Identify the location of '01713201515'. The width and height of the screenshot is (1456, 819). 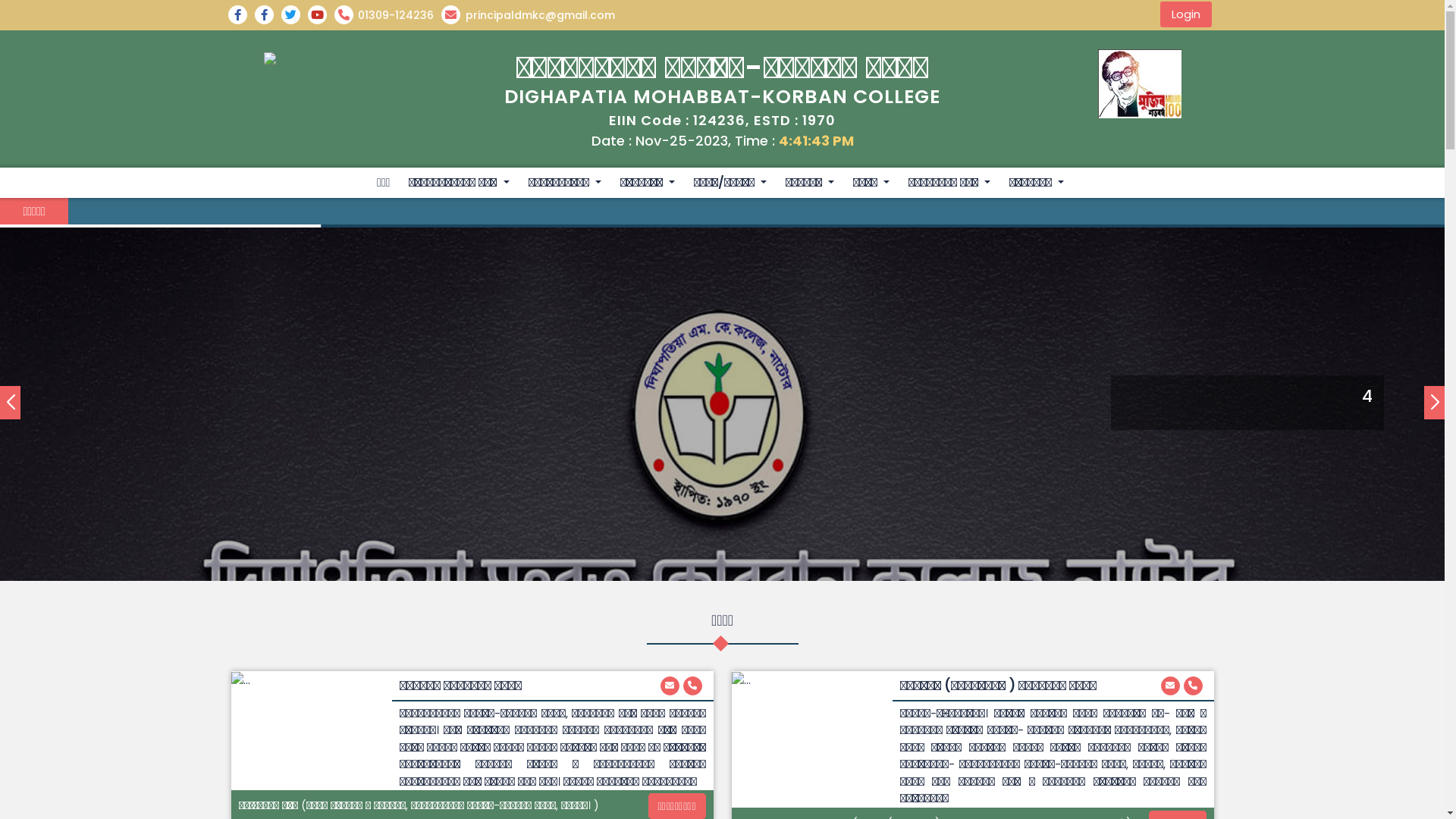
(691, 686).